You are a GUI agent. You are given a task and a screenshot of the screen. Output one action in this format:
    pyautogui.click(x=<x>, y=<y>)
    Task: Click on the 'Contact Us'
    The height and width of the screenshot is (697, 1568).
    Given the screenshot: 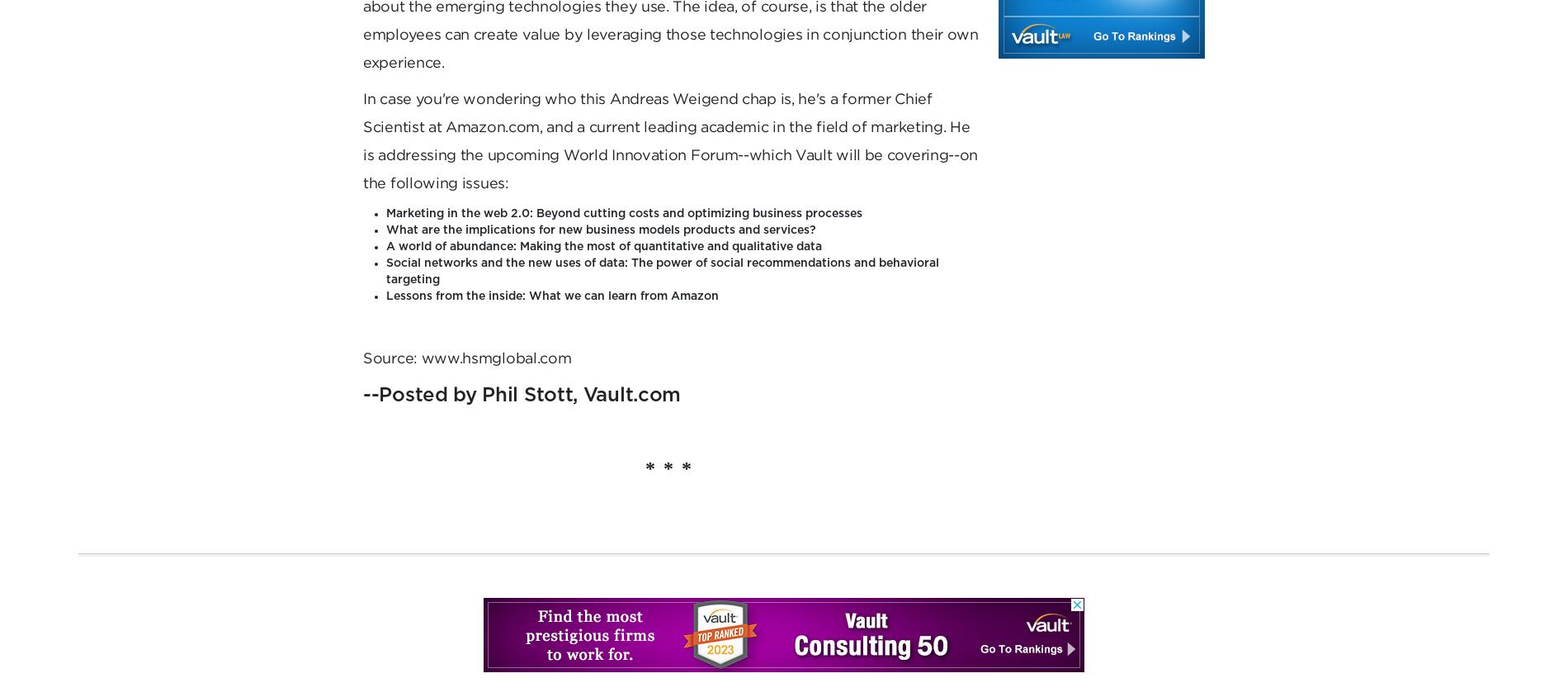 What is the action you would take?
    pyautogui.click(x=1144, y=111)
    